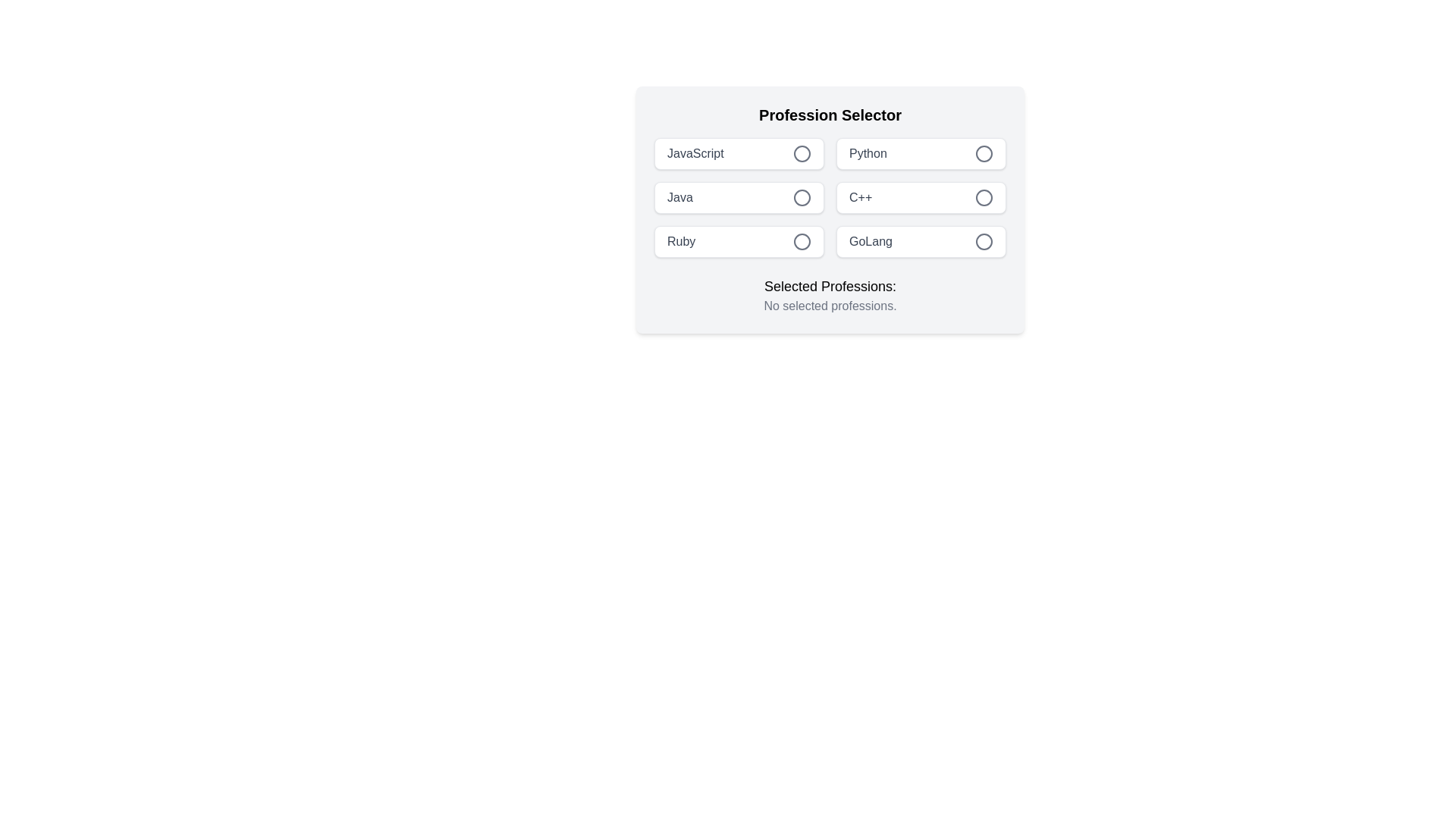  What do you see at coordinates (801, 197) in the screenshot?
I see `the empty circular radio button for the 'Java' option in the 'Profession Selector' section to provide visual feedback` at bounding box center [801, 197].